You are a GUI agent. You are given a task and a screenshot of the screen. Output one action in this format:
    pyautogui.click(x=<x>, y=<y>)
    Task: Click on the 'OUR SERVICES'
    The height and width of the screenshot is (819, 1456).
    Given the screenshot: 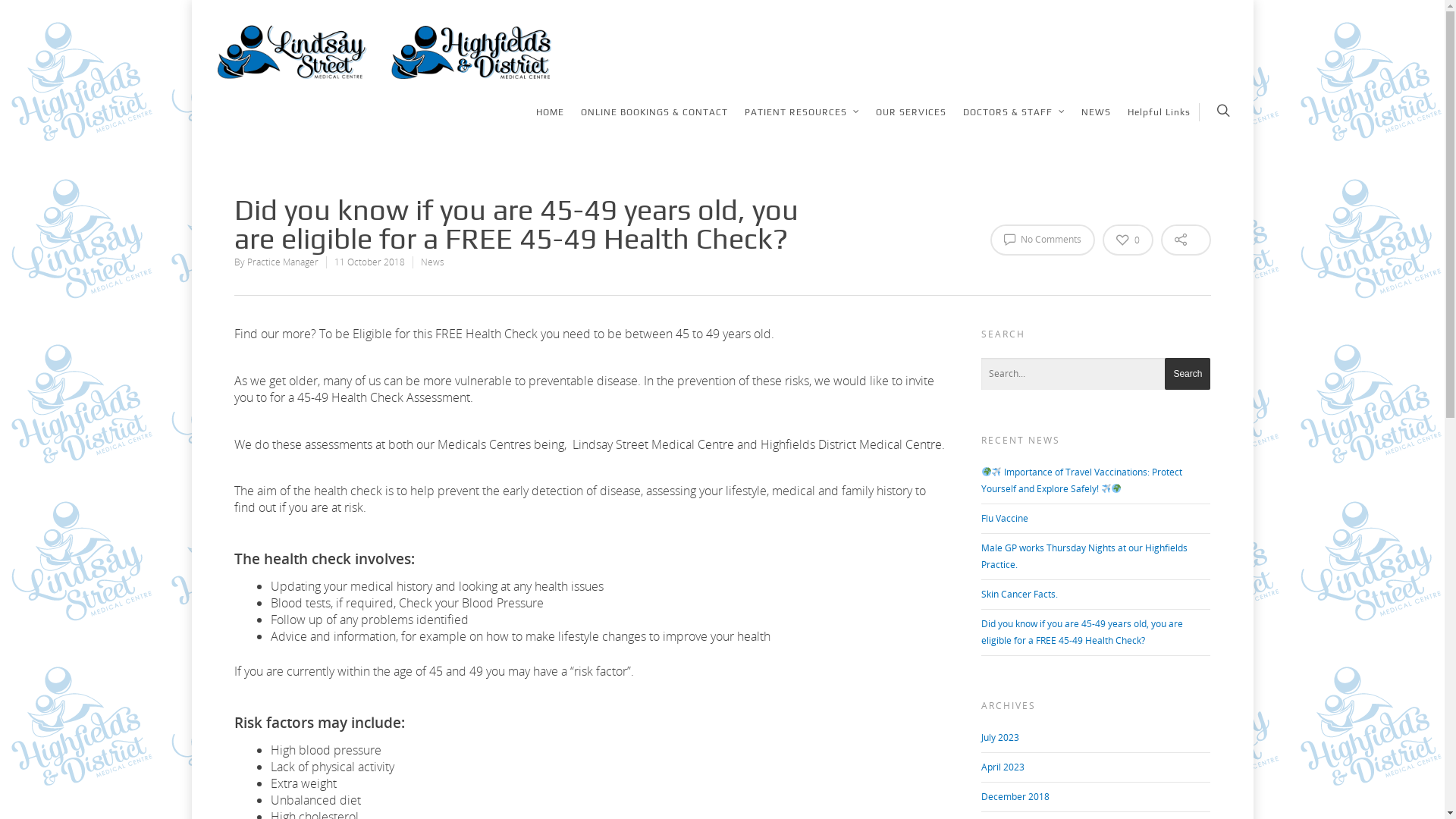 What is the action you would take?
    pyautogui.click(x=910, y=122)
    